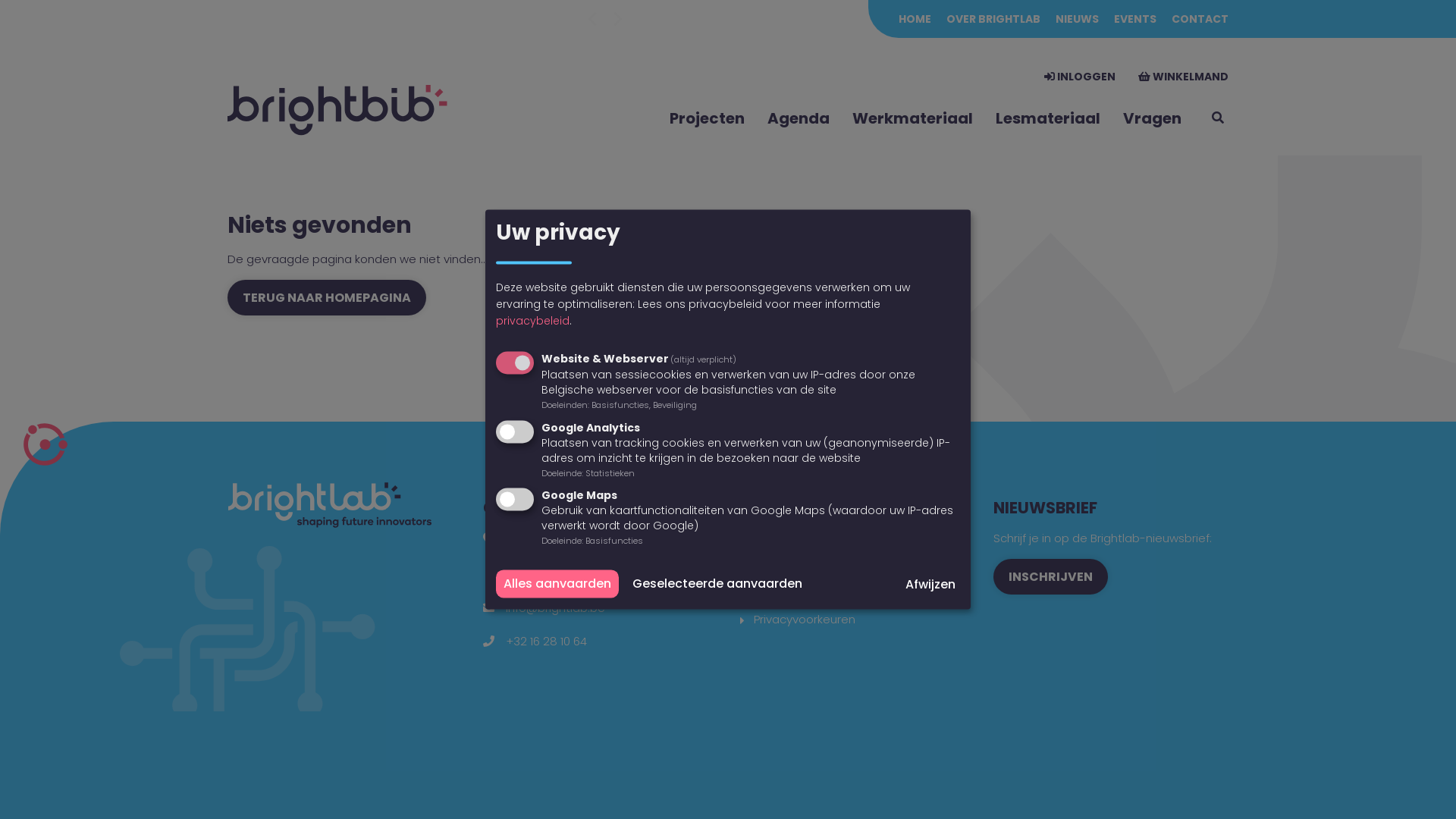 This screenshot has width=1456, height=819. Describe the element at coordinates (1138, 76) in the screenshot. I see `'WINKELMAND'` at that location.